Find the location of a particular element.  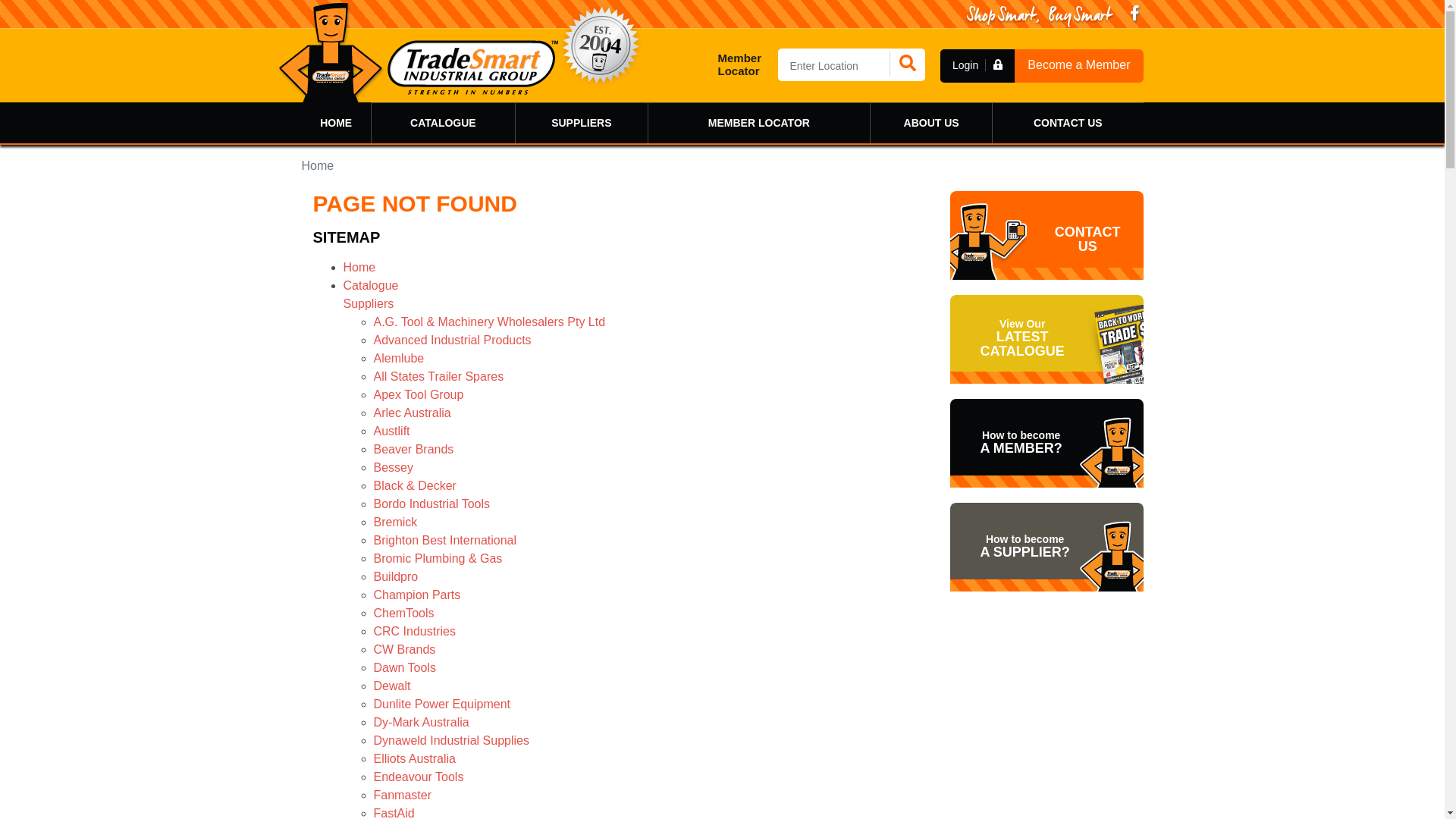

'All States Trailer Spares' is located at coordinates (372, 375).